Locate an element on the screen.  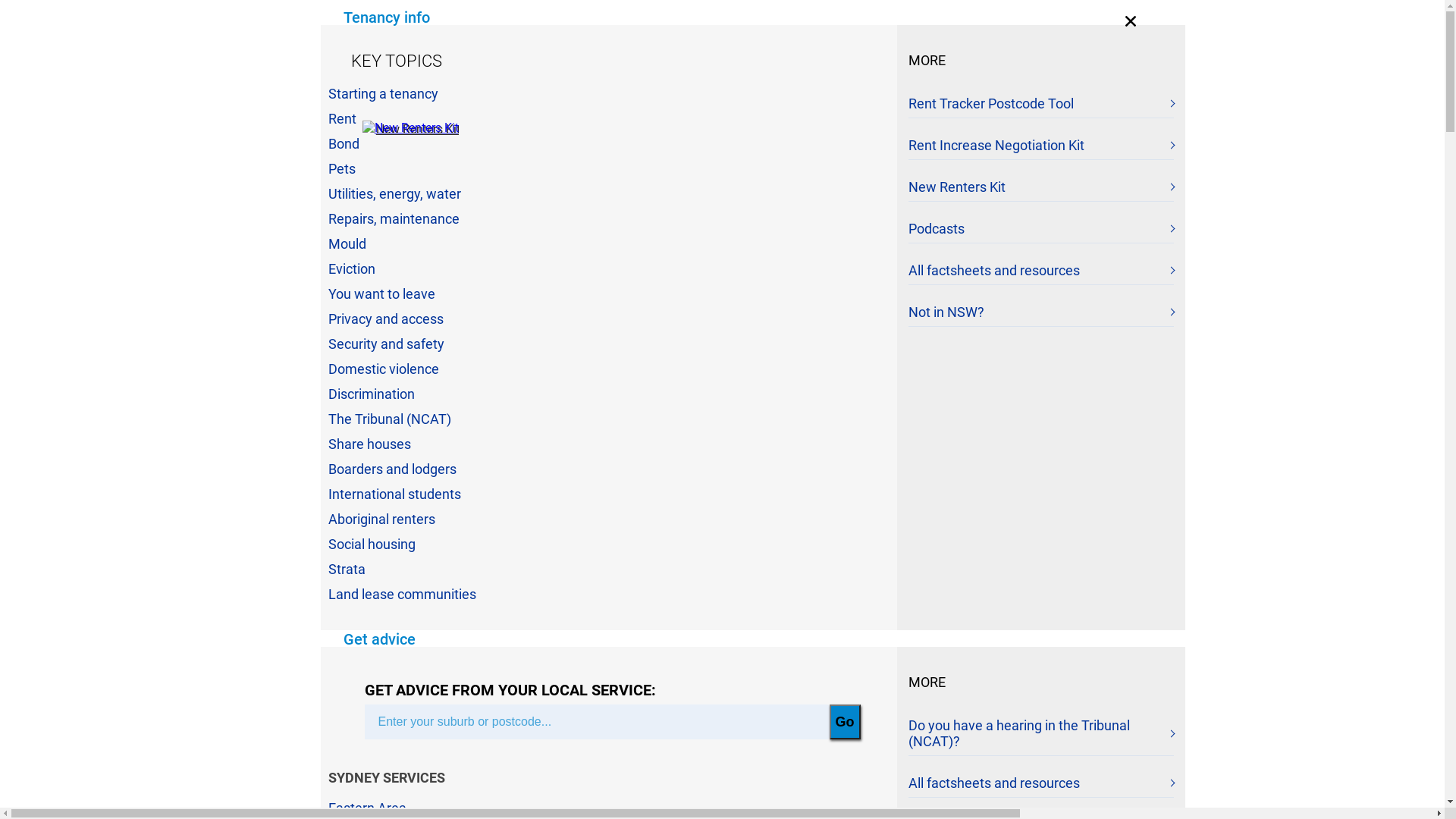
'Utilities, energy, water' is located at coordinates (394, 193).